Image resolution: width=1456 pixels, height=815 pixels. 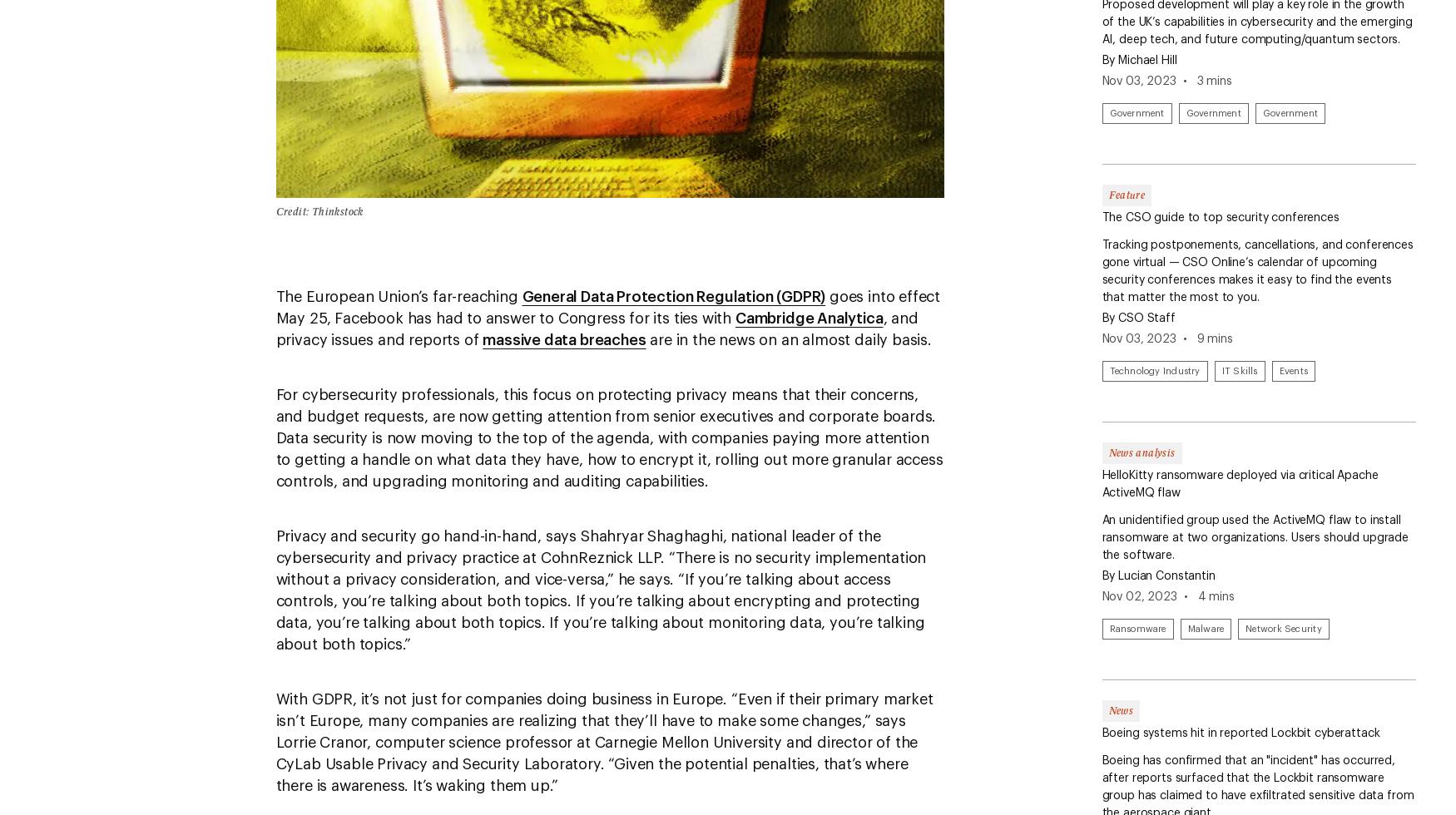 What do you see at coordinates (415, 279) in the screenshot?
I see `'Ransomware'` at bounding box center [415, 279].